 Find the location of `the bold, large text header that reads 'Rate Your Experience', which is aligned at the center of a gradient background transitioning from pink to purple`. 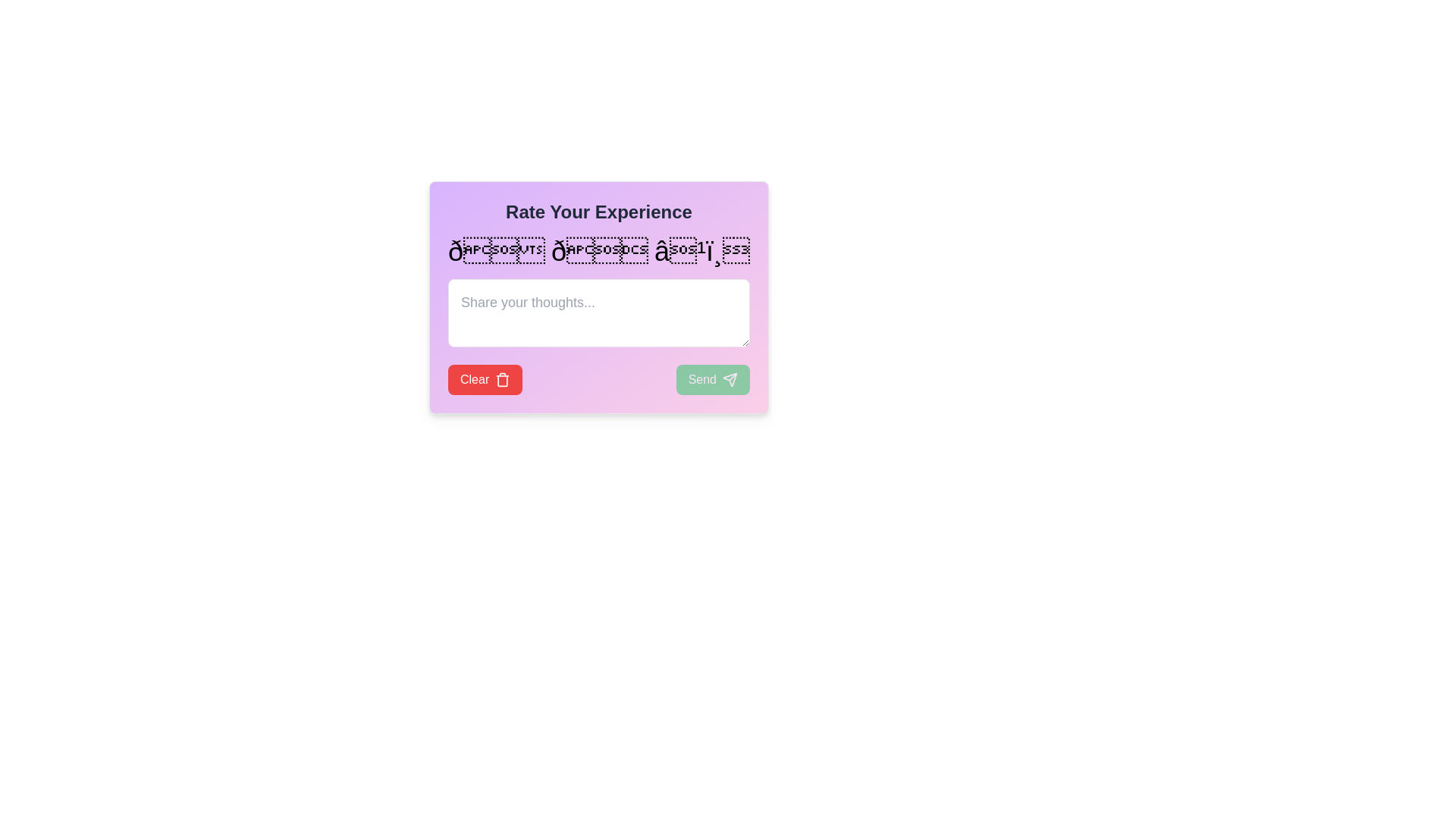

the bold, large text header that reads 'Rate Your Experience', which is aligned at the center of a gradient background transitioning from pink to purple is located at coordinates (598, 212).